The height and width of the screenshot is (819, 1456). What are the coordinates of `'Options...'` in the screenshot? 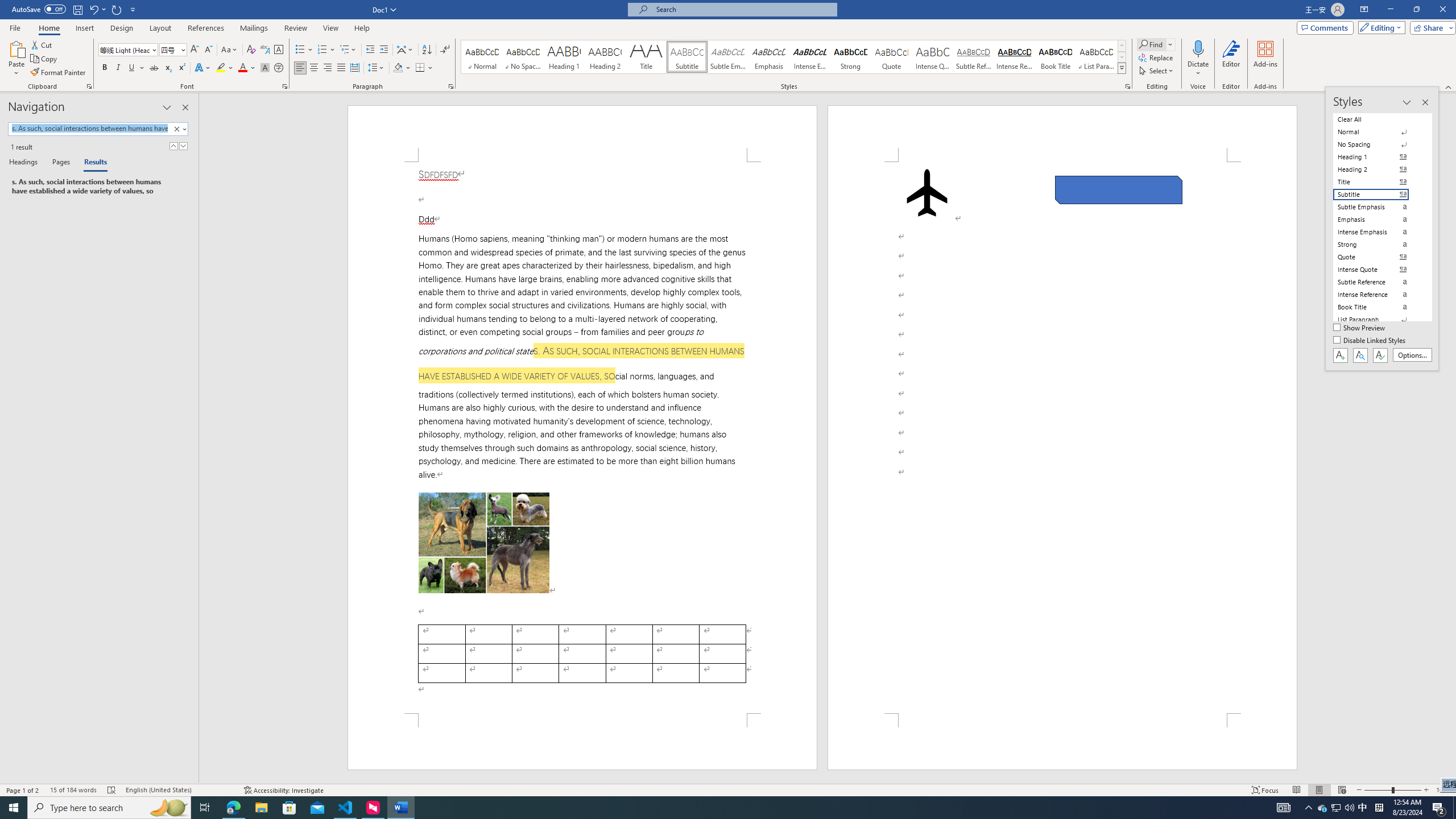 It's located at (1412, 355).